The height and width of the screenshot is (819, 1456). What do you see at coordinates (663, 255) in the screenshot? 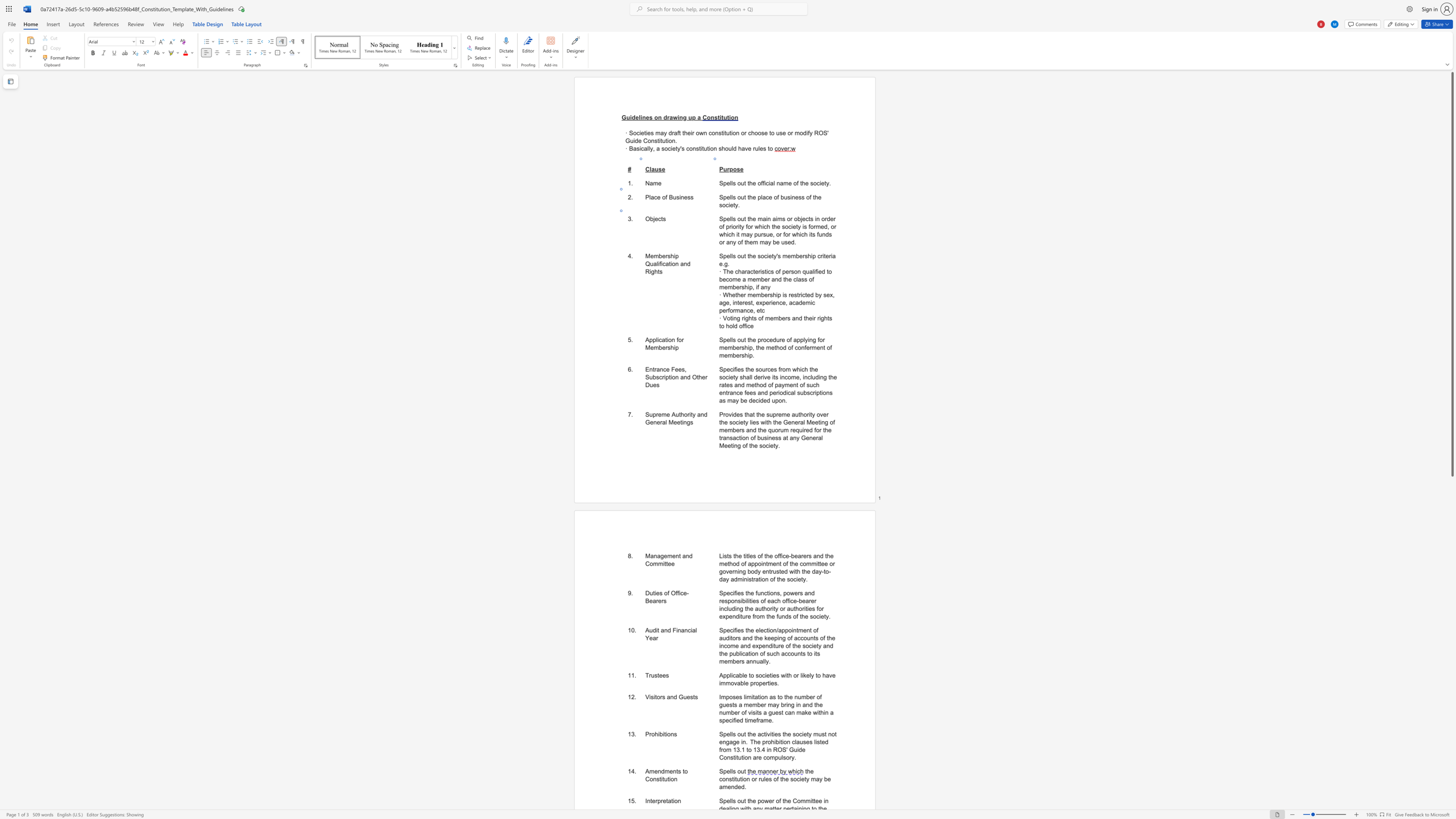
I see `the 2th character "e" in the text` at bounding box center [663, 255].